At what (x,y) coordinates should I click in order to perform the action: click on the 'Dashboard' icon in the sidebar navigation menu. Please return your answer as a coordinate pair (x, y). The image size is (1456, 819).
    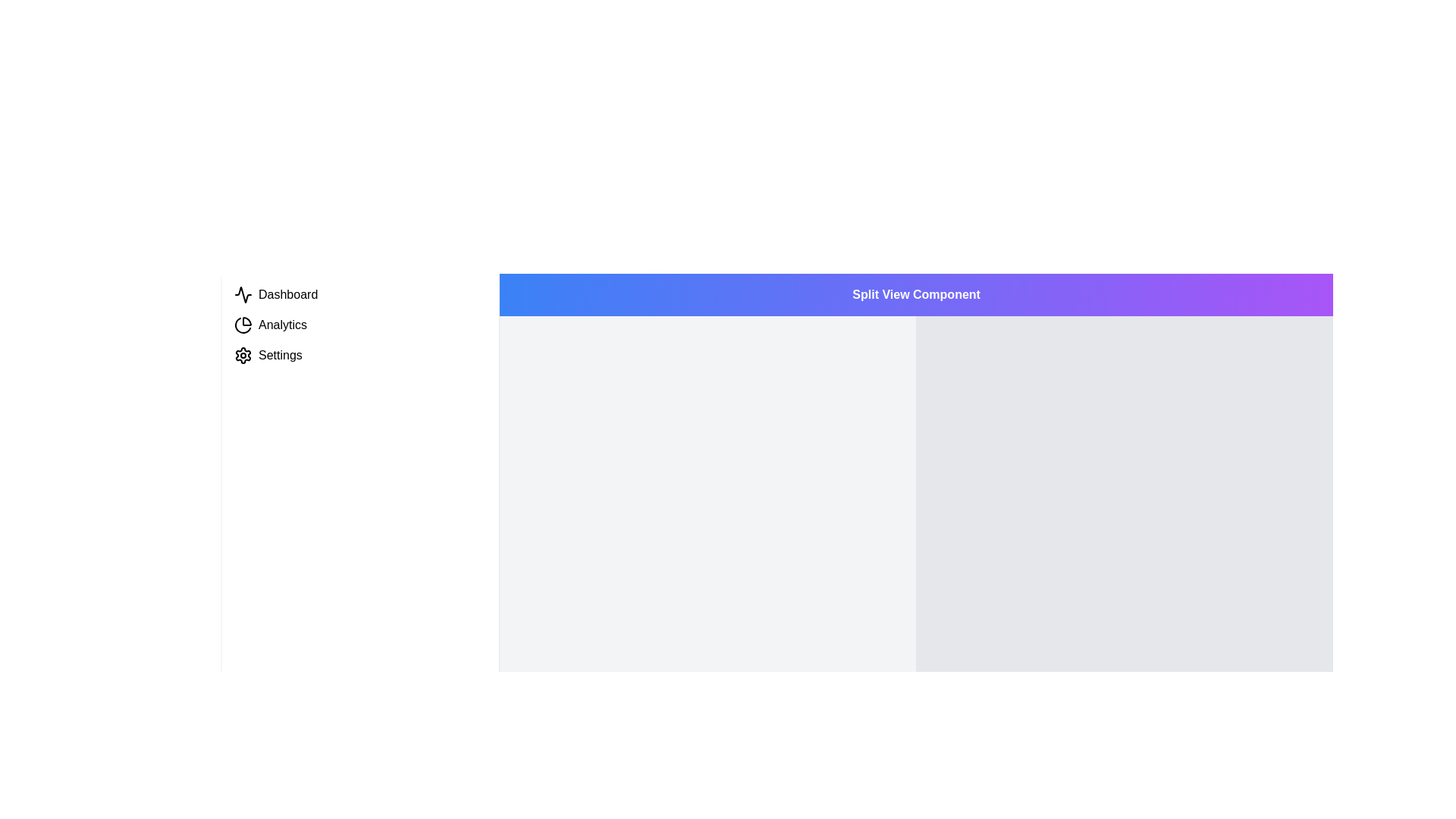
    Looking at the image, I should click on (243, 295).